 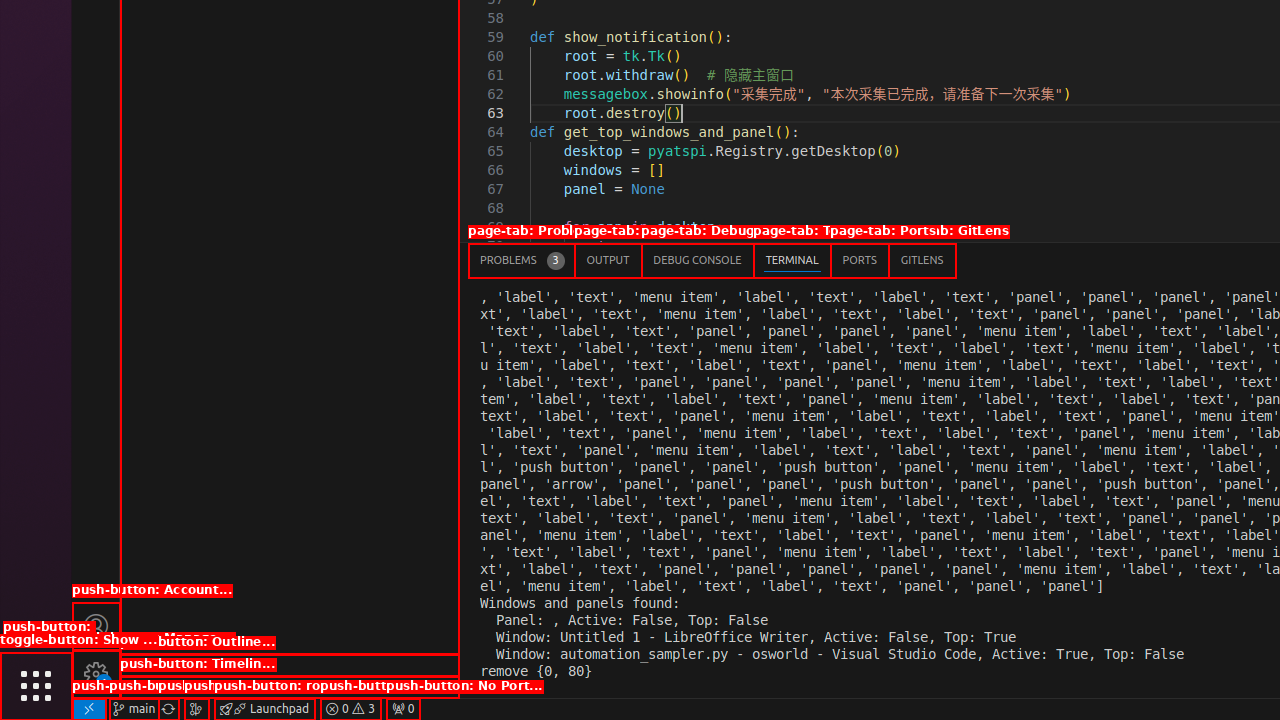 I want to click on 'GitLens', so click(x=920, y=259).